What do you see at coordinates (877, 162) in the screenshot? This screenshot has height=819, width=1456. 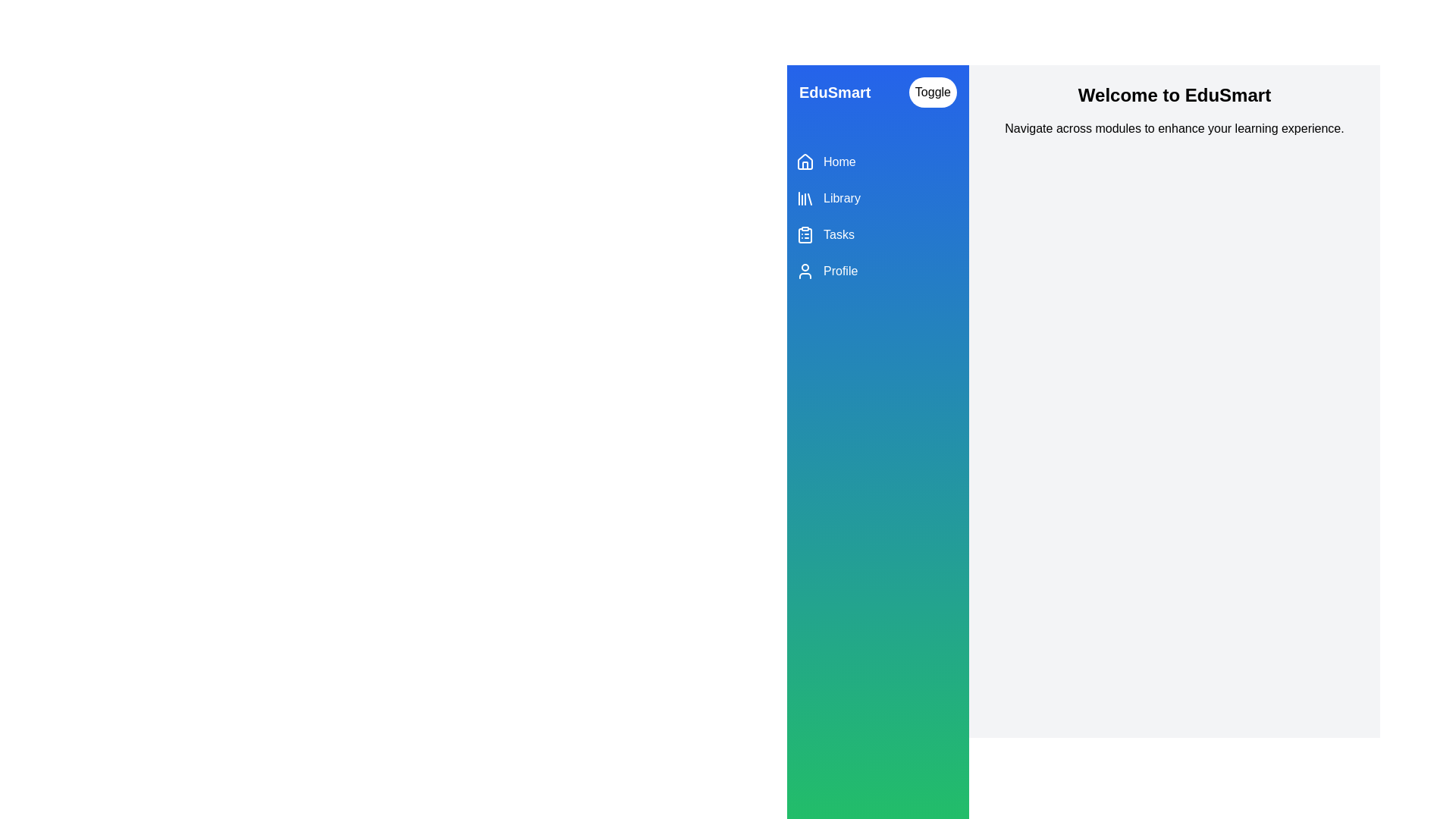 I see `the Home item in the drawer menu` at bounding box center [877, 162].